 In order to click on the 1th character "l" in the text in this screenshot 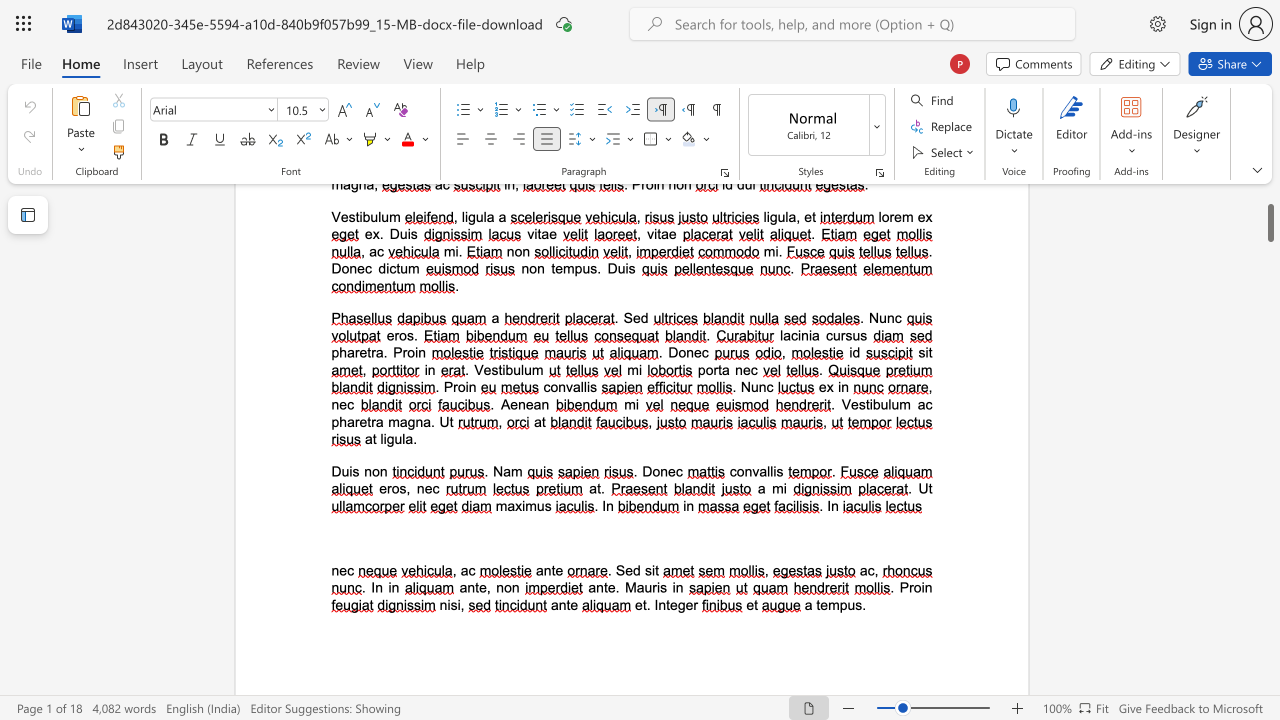, I will do `click(767, 471)`.